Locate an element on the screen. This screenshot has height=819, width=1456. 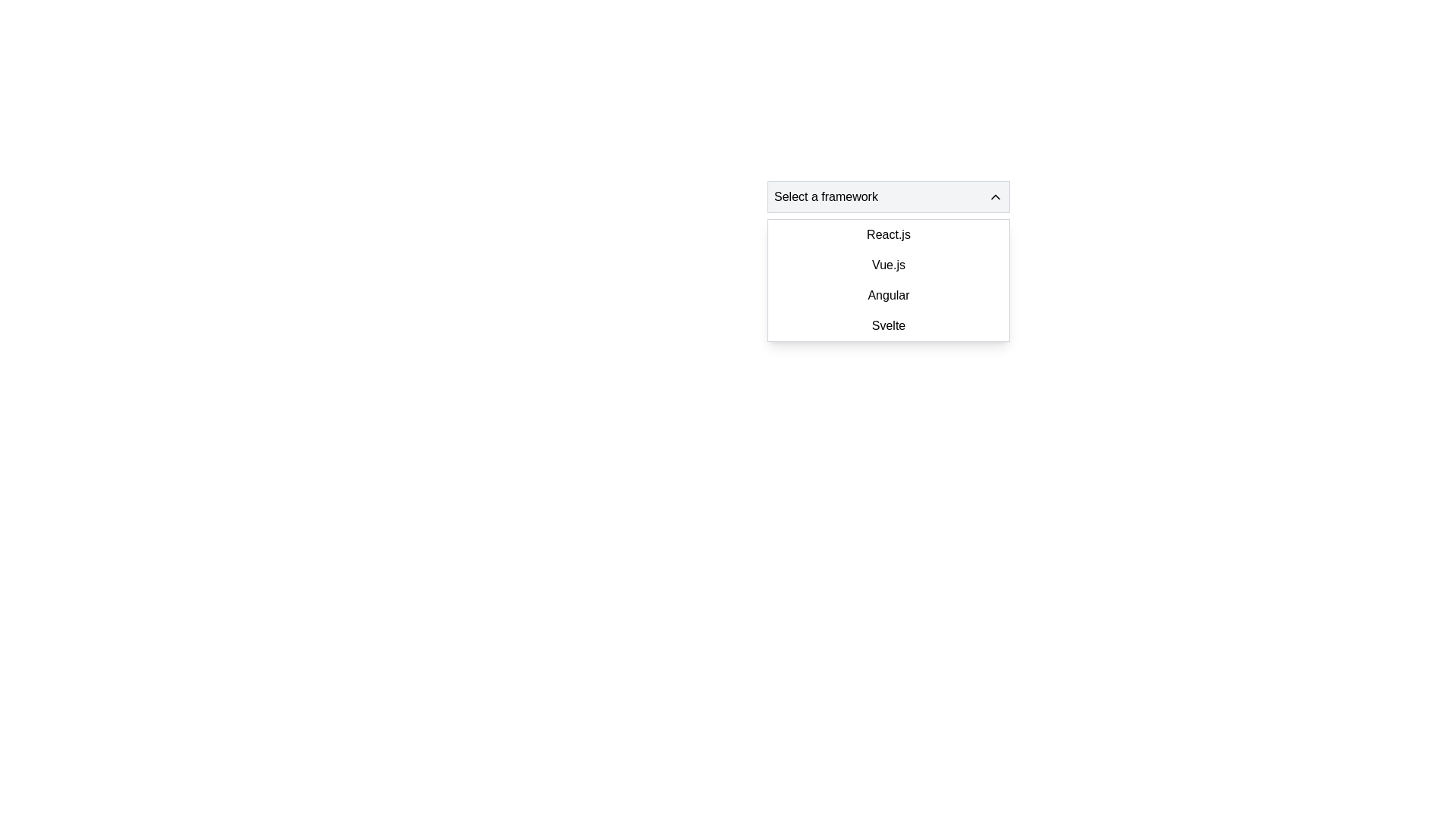
the dropdown menu titled 'Select a framework' is located at coordinates (888, 196).